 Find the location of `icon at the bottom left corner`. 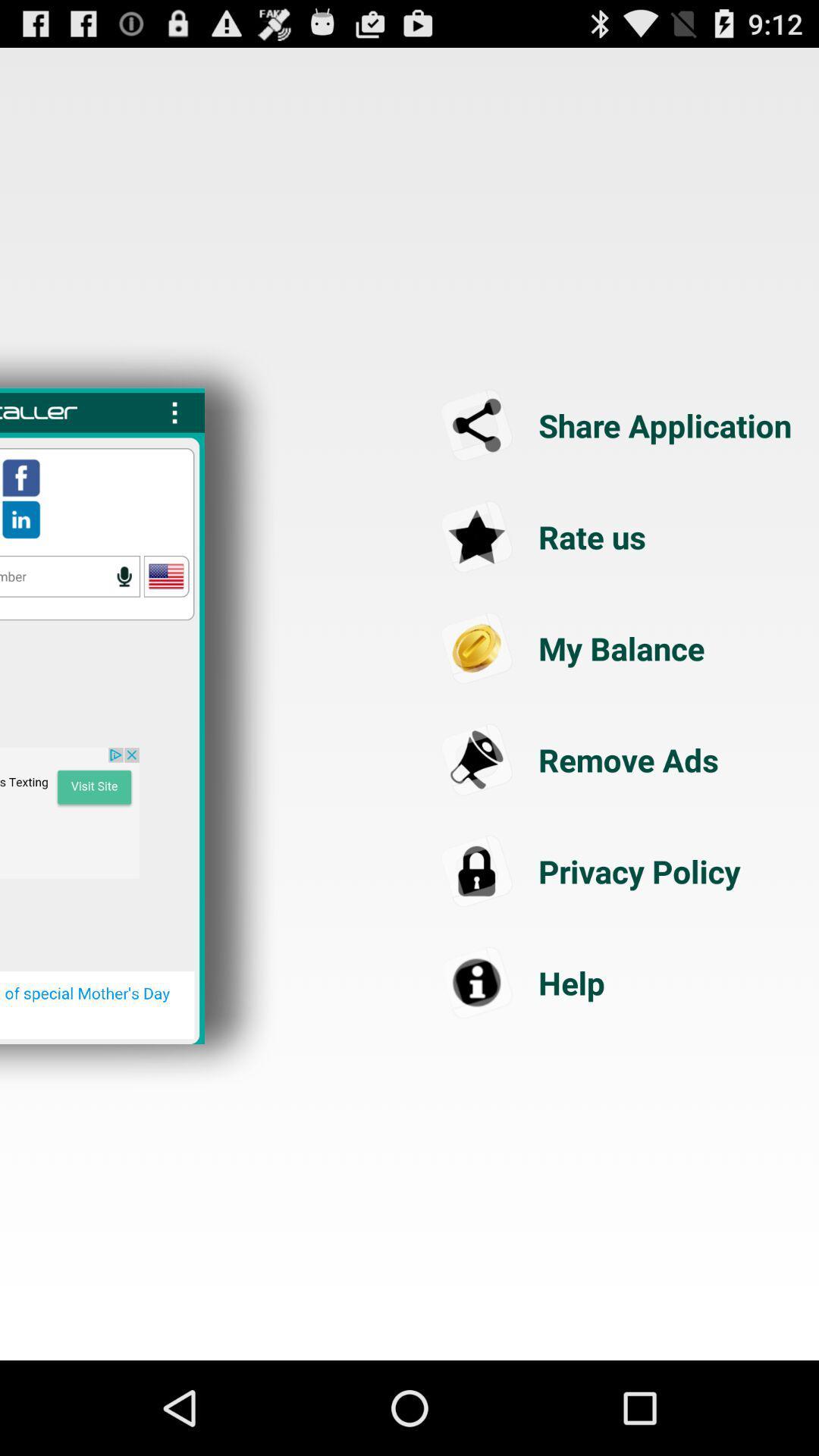

icon at the bottom left corner is located at coordinates (97, 1005).